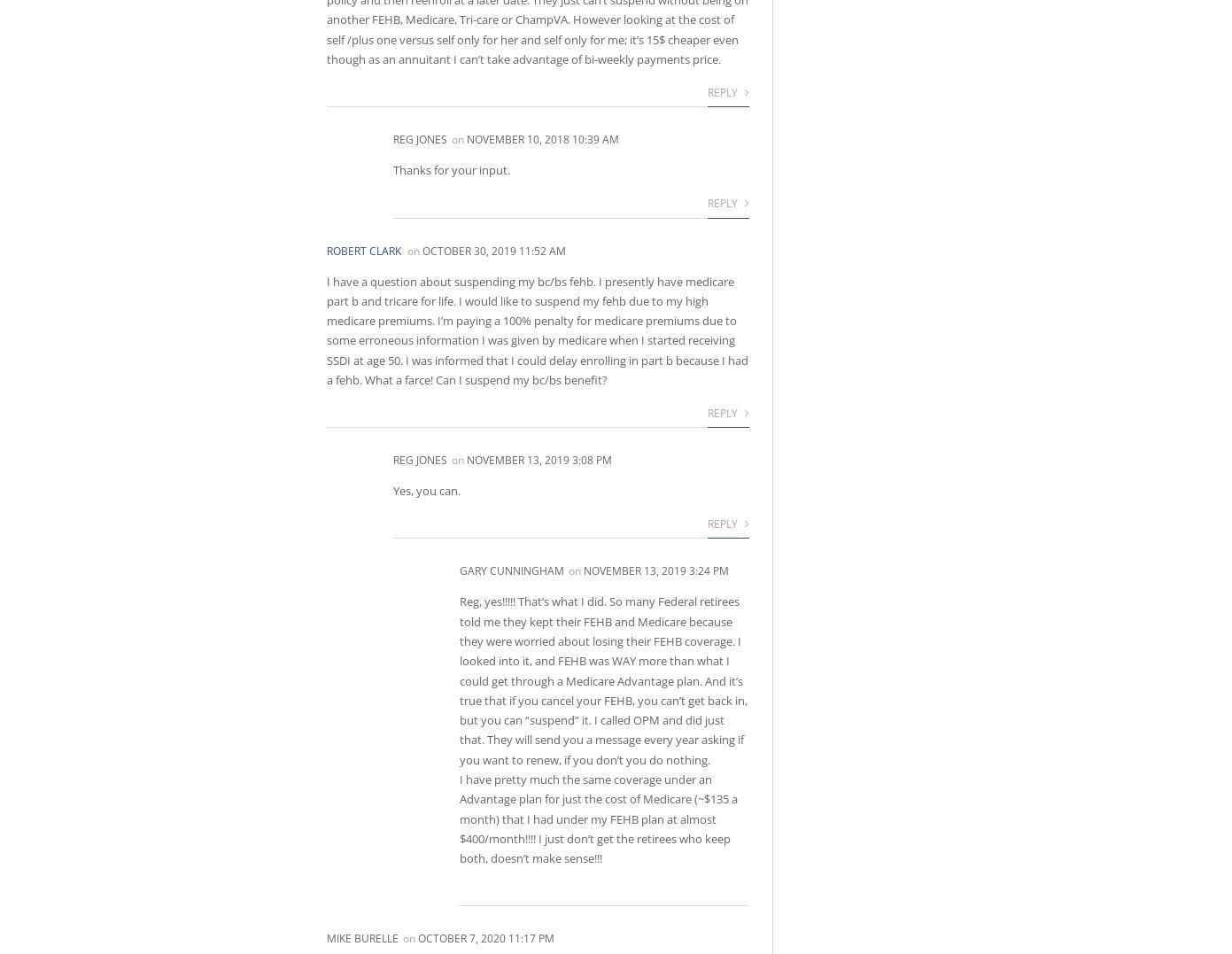 The height and width of the screenshot is (954, 1232). What do you see at coordinates (510, 570) in the screenshot?
I see `'Gary Cunningham'` at bounding box center [510, 570].